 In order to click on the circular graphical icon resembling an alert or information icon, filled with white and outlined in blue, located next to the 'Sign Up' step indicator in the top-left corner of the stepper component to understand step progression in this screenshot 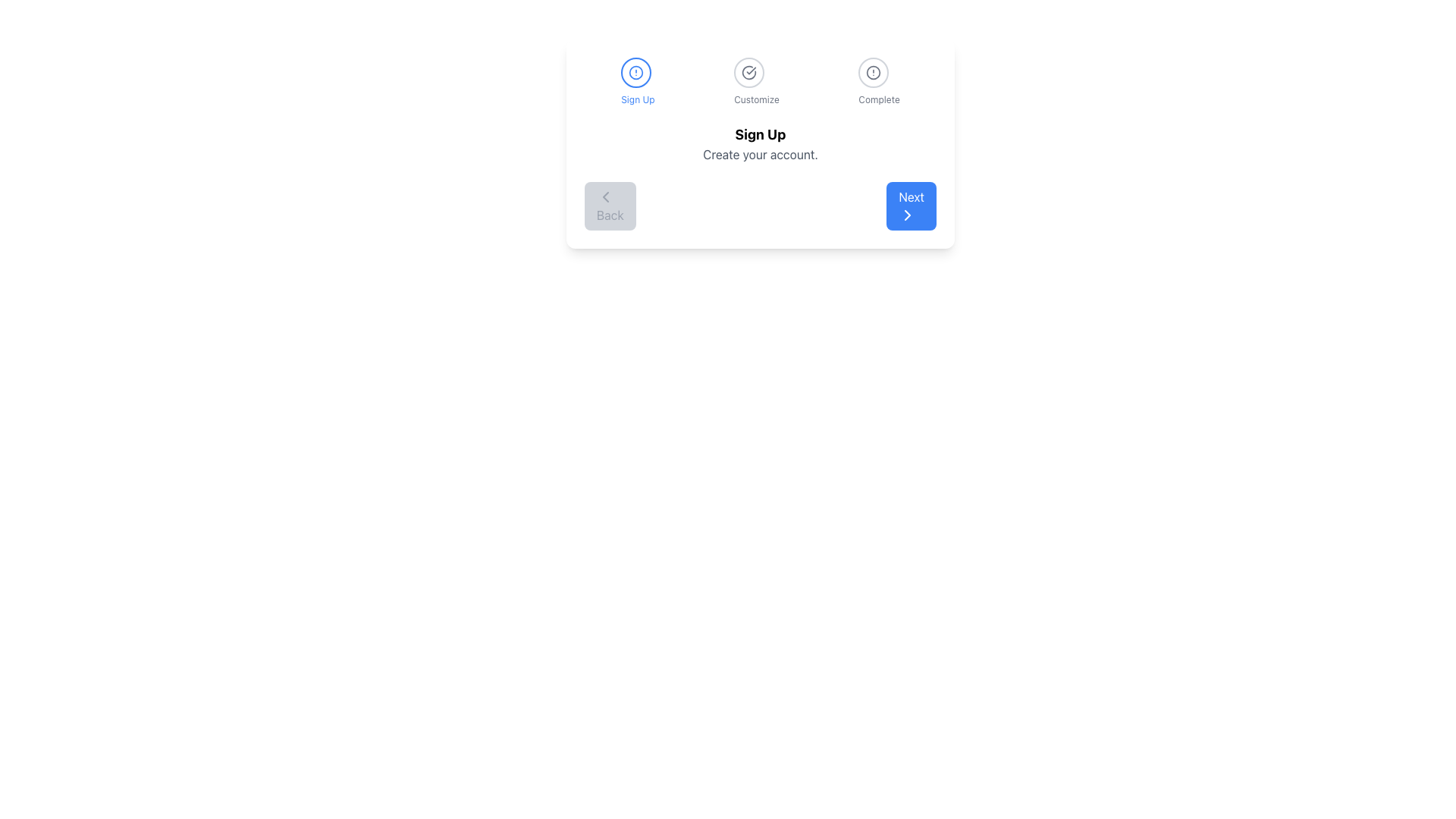, I will do `click(636, 73)`.